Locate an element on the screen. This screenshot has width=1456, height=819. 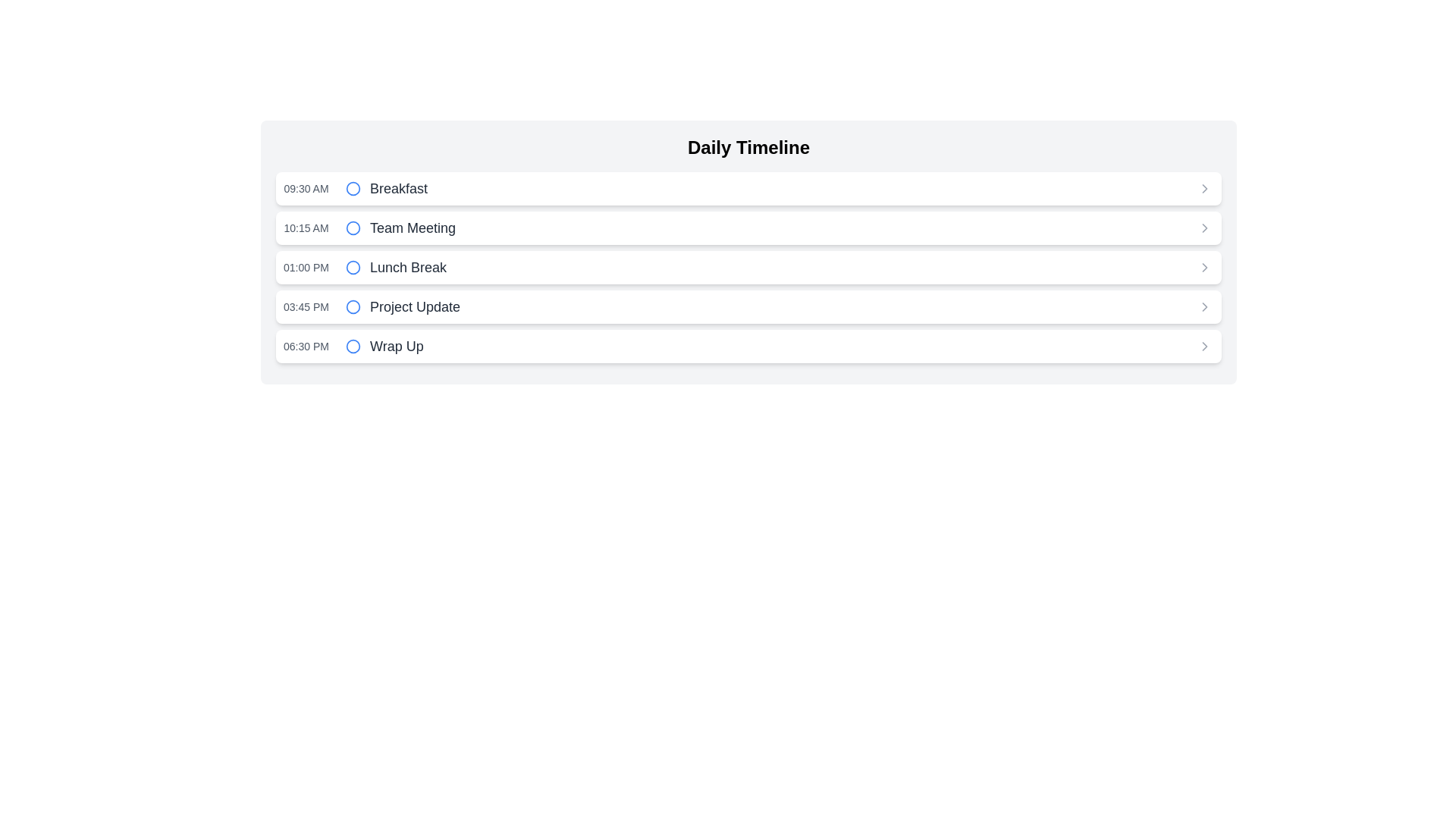
the right-facing chevron icon located to the far-right side of the '03:45 PM Project Update' row is located at coordinates (1203, 307).